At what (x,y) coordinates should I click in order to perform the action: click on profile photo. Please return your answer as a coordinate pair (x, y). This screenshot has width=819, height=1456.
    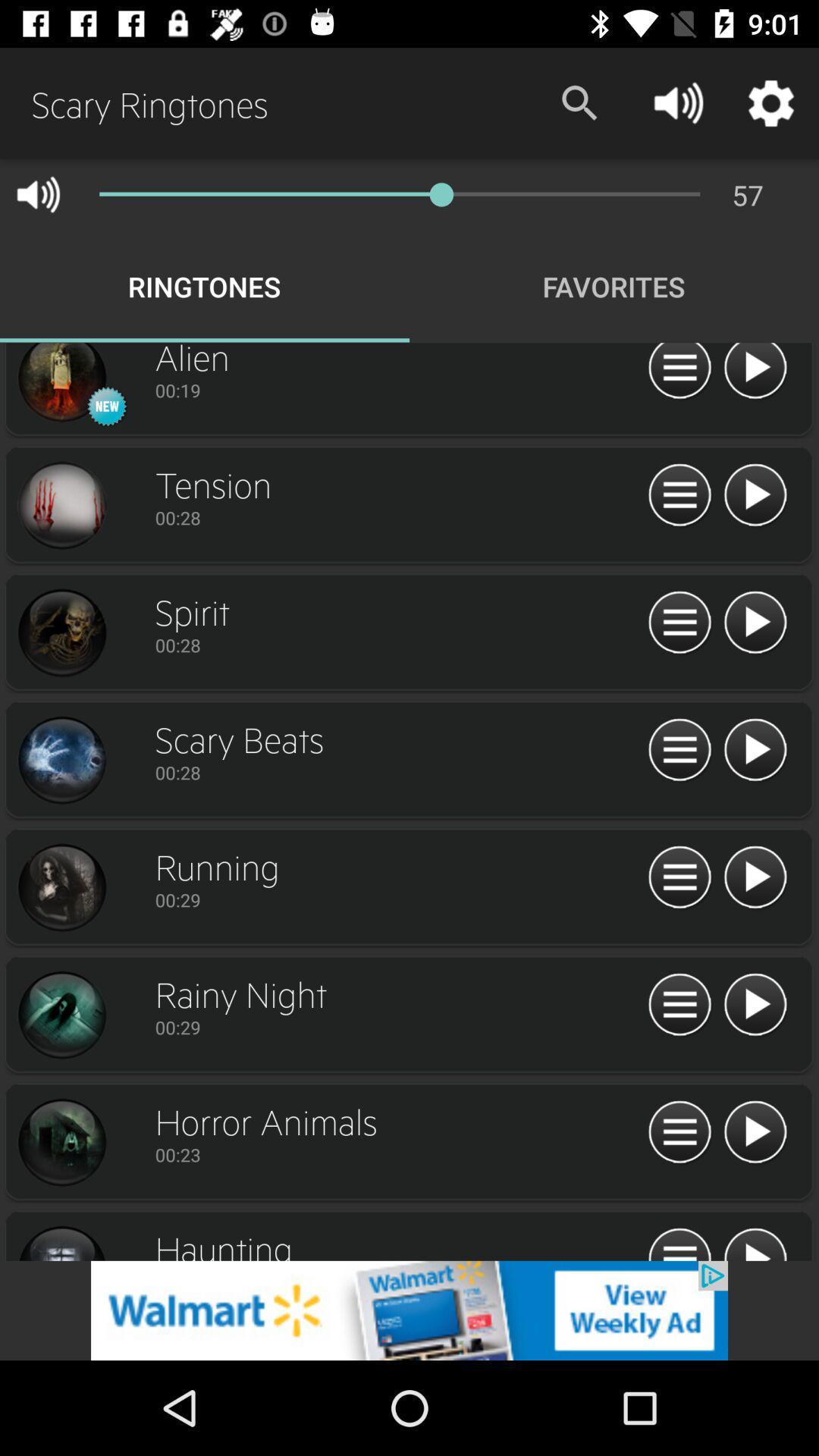
    Looking at the image, I should click on (61, 1015).